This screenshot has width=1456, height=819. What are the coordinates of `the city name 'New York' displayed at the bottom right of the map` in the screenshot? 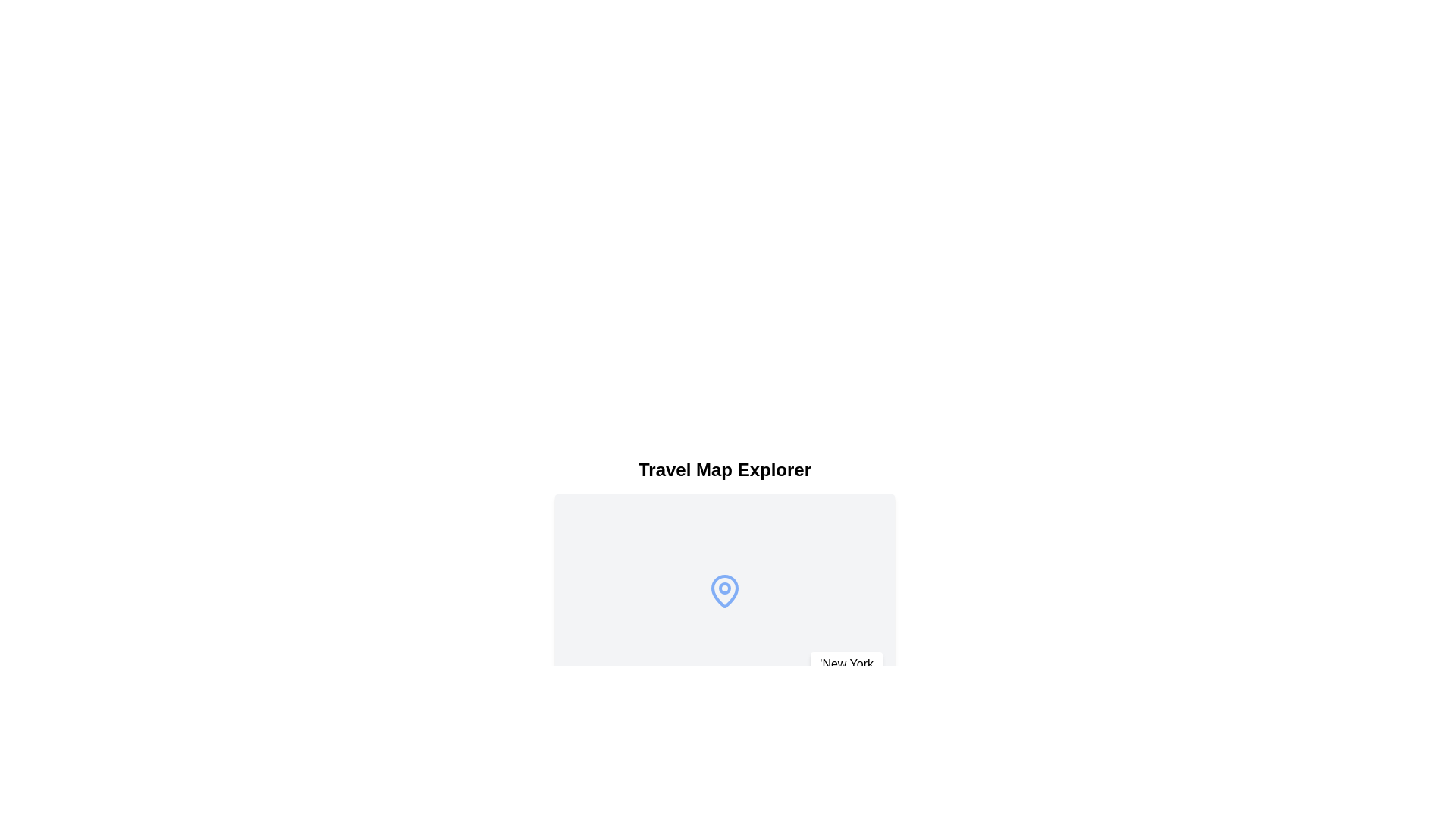 It's located at (846, 663).